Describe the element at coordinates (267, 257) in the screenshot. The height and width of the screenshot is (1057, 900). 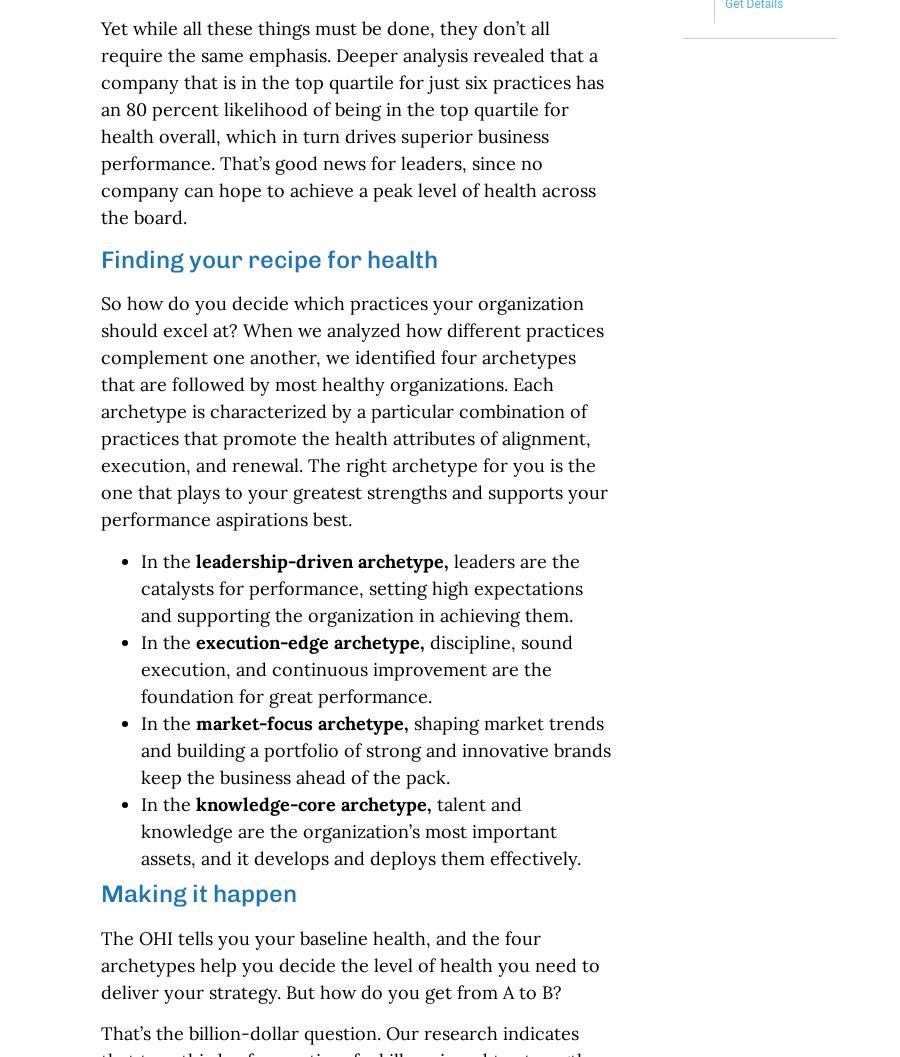
I see `'Finding your recipe for health'` at that location.